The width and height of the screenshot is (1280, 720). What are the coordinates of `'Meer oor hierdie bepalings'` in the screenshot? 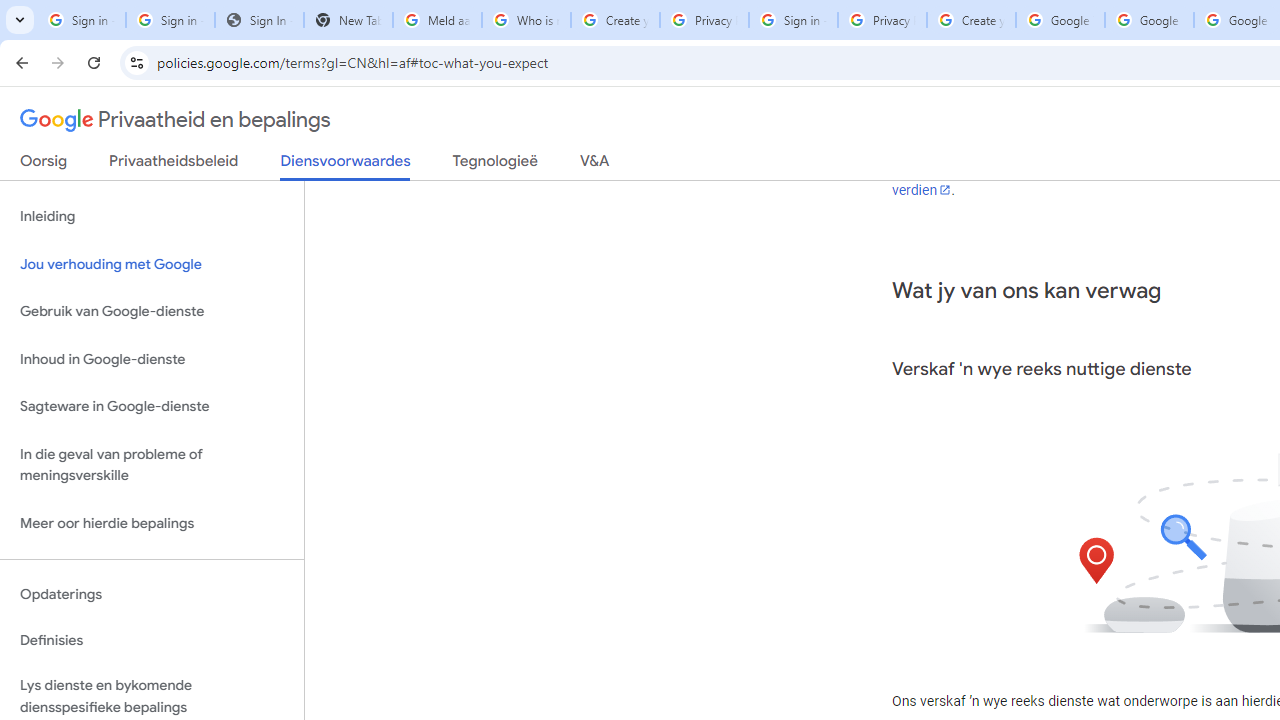 It's located at (151, 522).